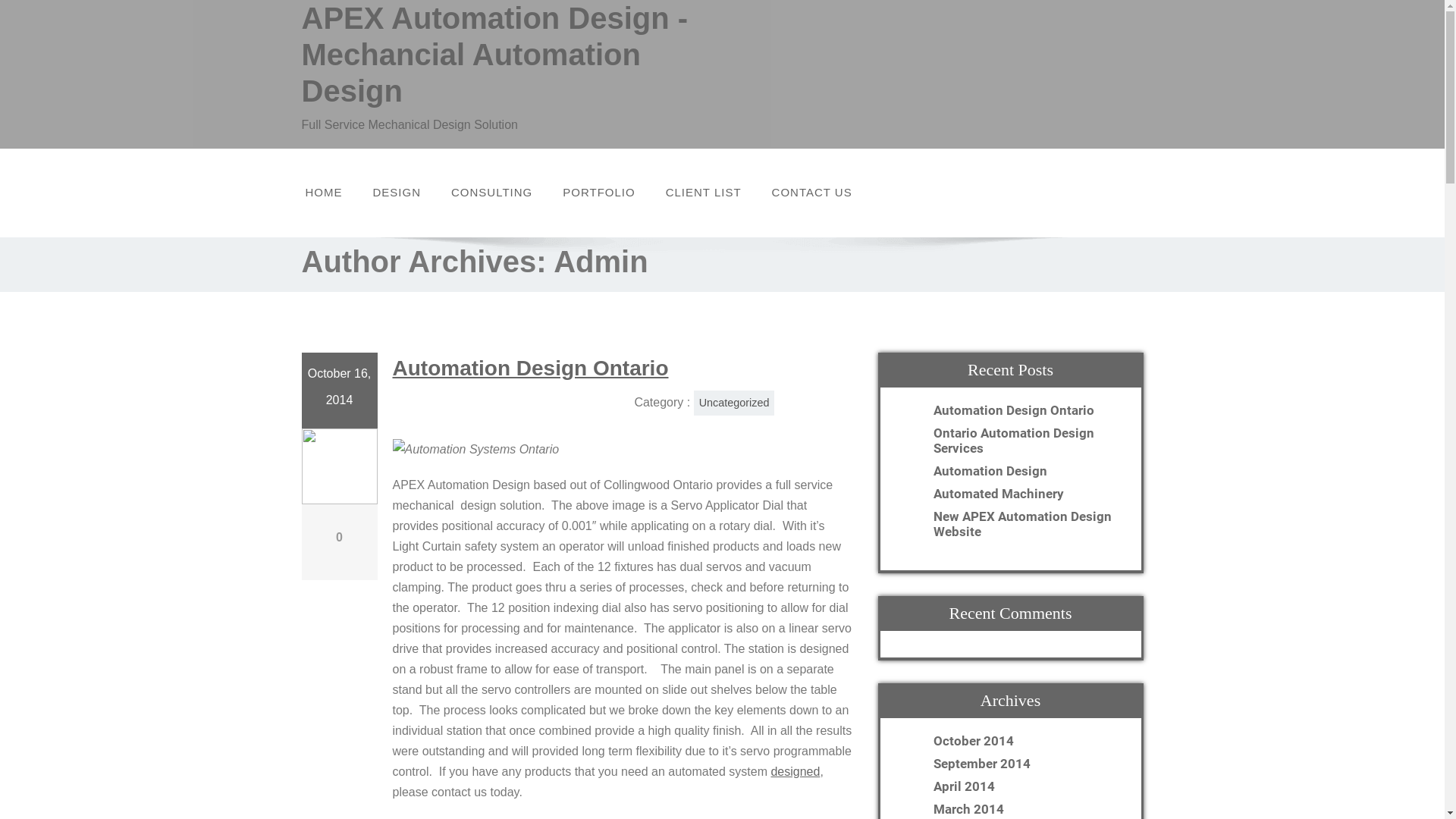 The image size is (1456, 819). I want to click on 'Uncategorized', so click(734, 402).